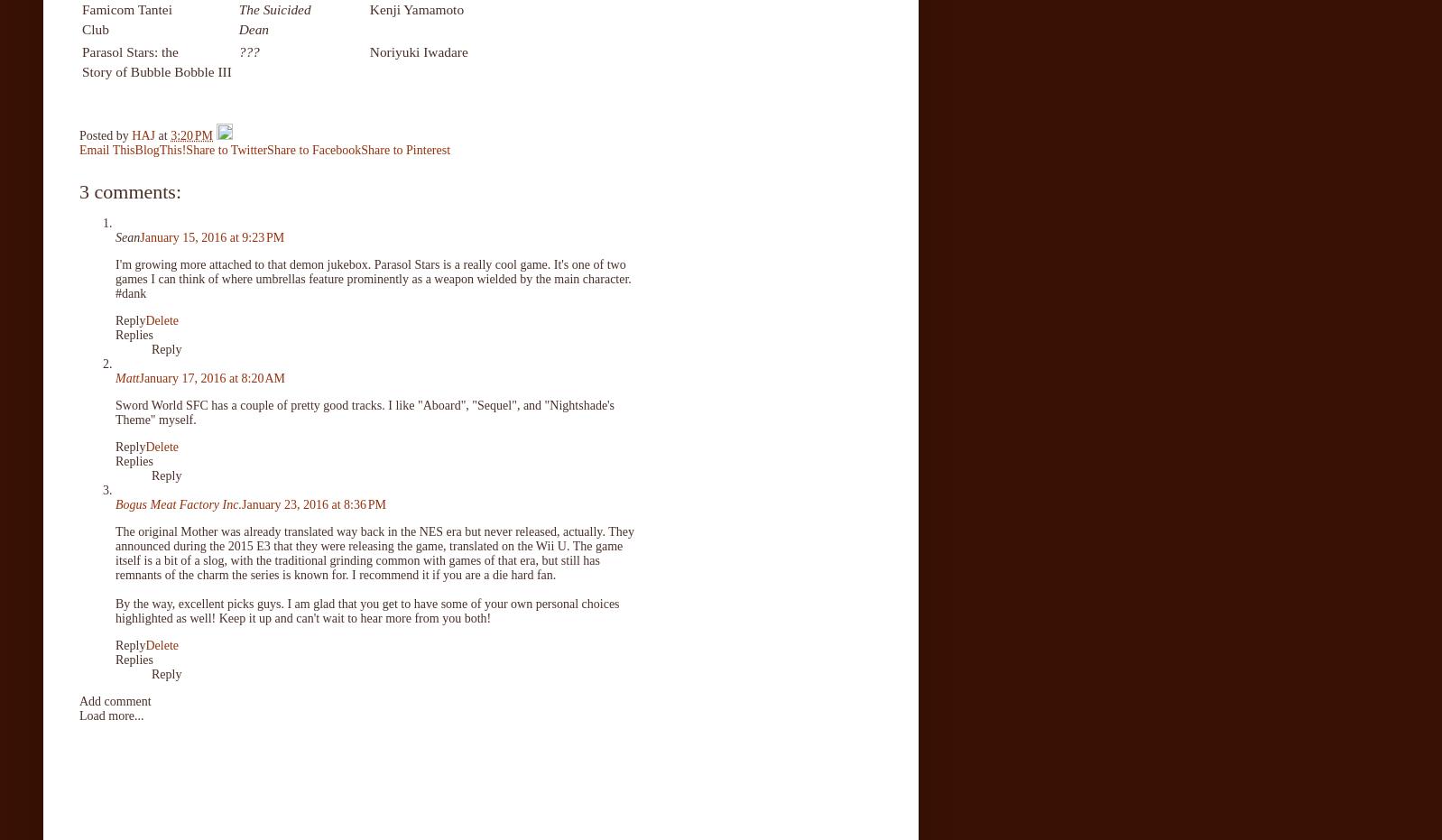 The height and width of the screenshot is (840, 1442). Describe the element at coordinates (265, 148) in the screenshot. I see `'Share to Facebook'` at that location.